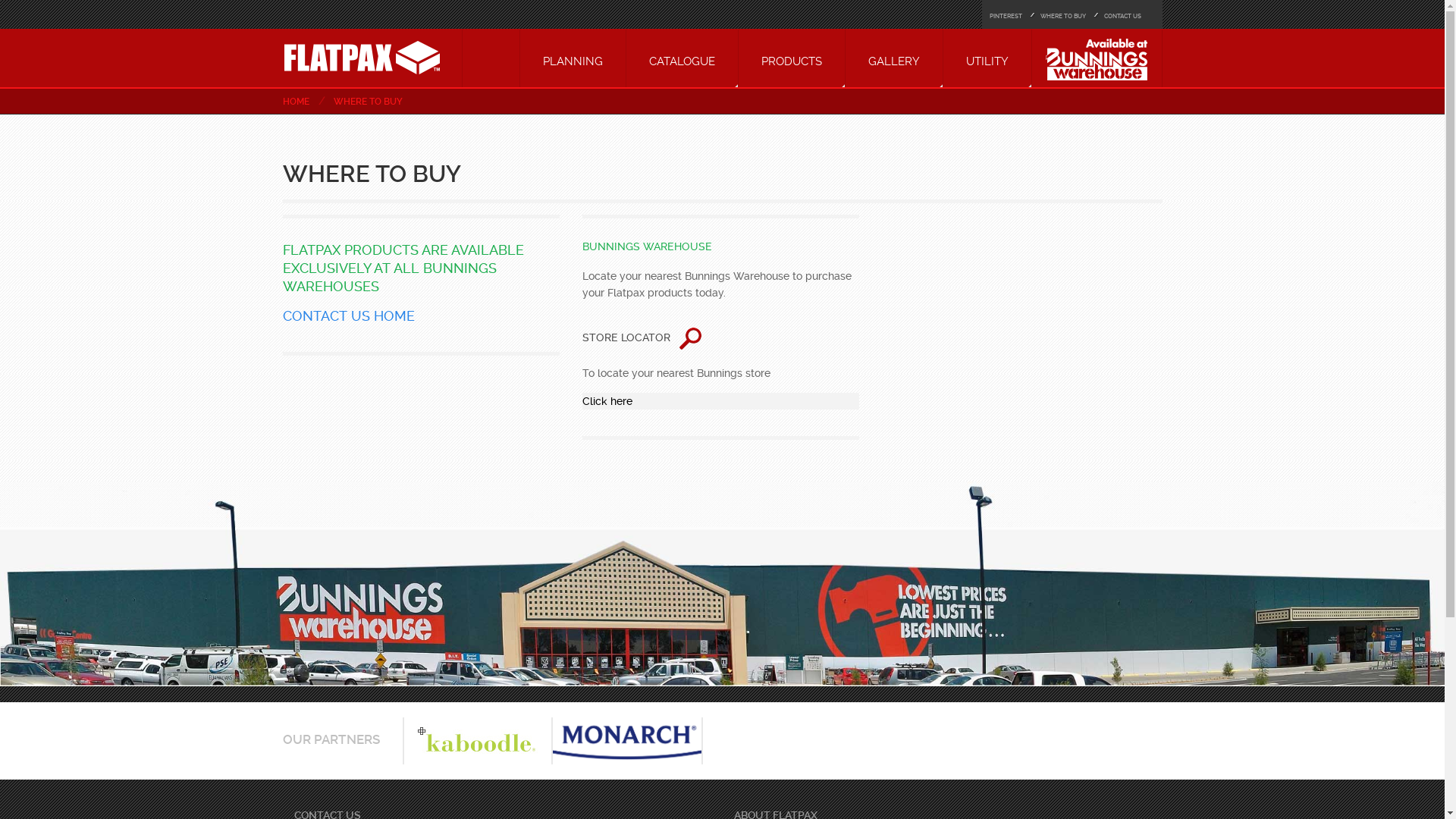 The width and height of the screenshot is (1456, 819). I want to click on 'PINTEREST', so click(1005, 16).